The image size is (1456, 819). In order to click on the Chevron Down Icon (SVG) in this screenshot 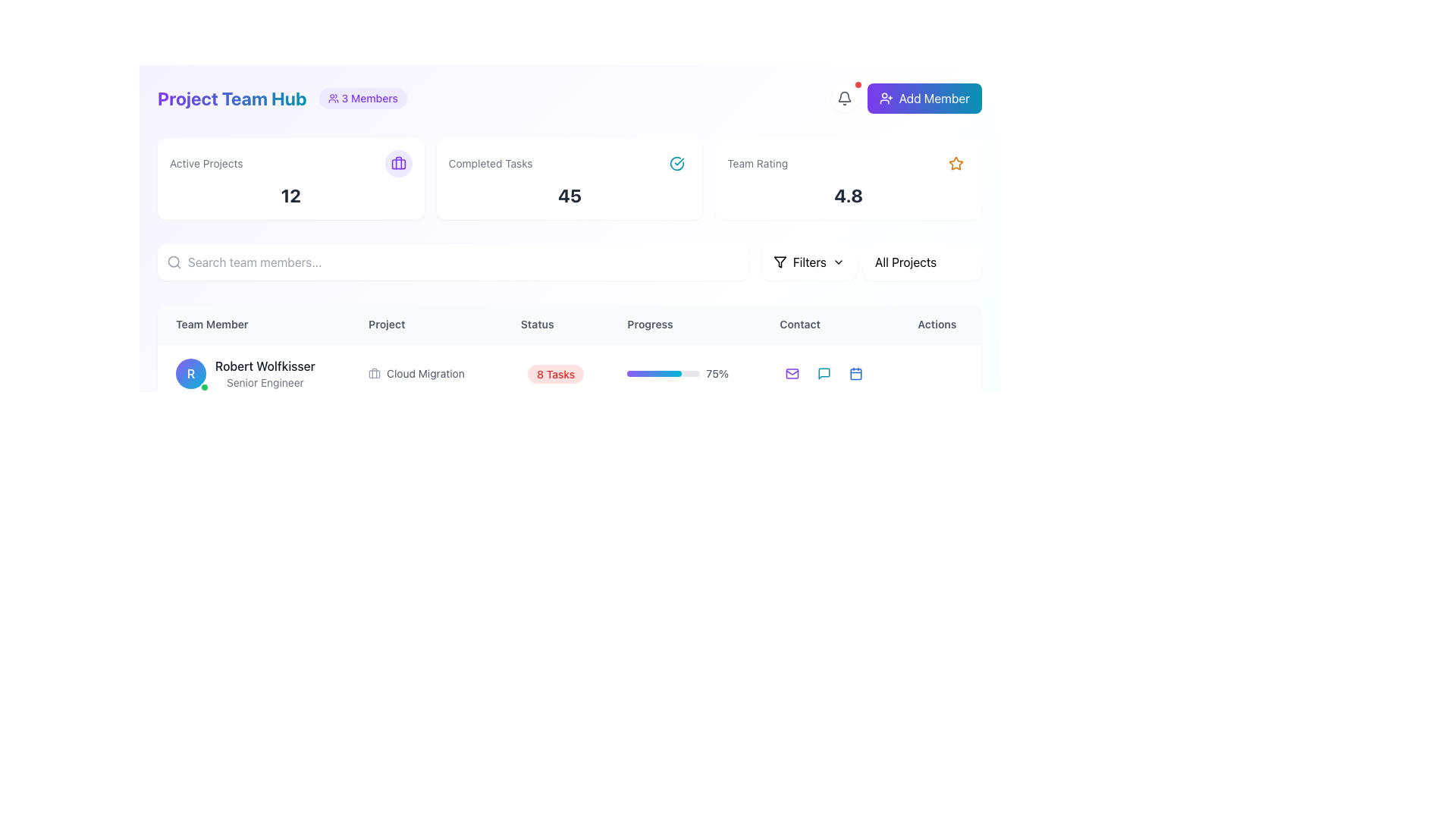, I will do `click(837, 262)`.